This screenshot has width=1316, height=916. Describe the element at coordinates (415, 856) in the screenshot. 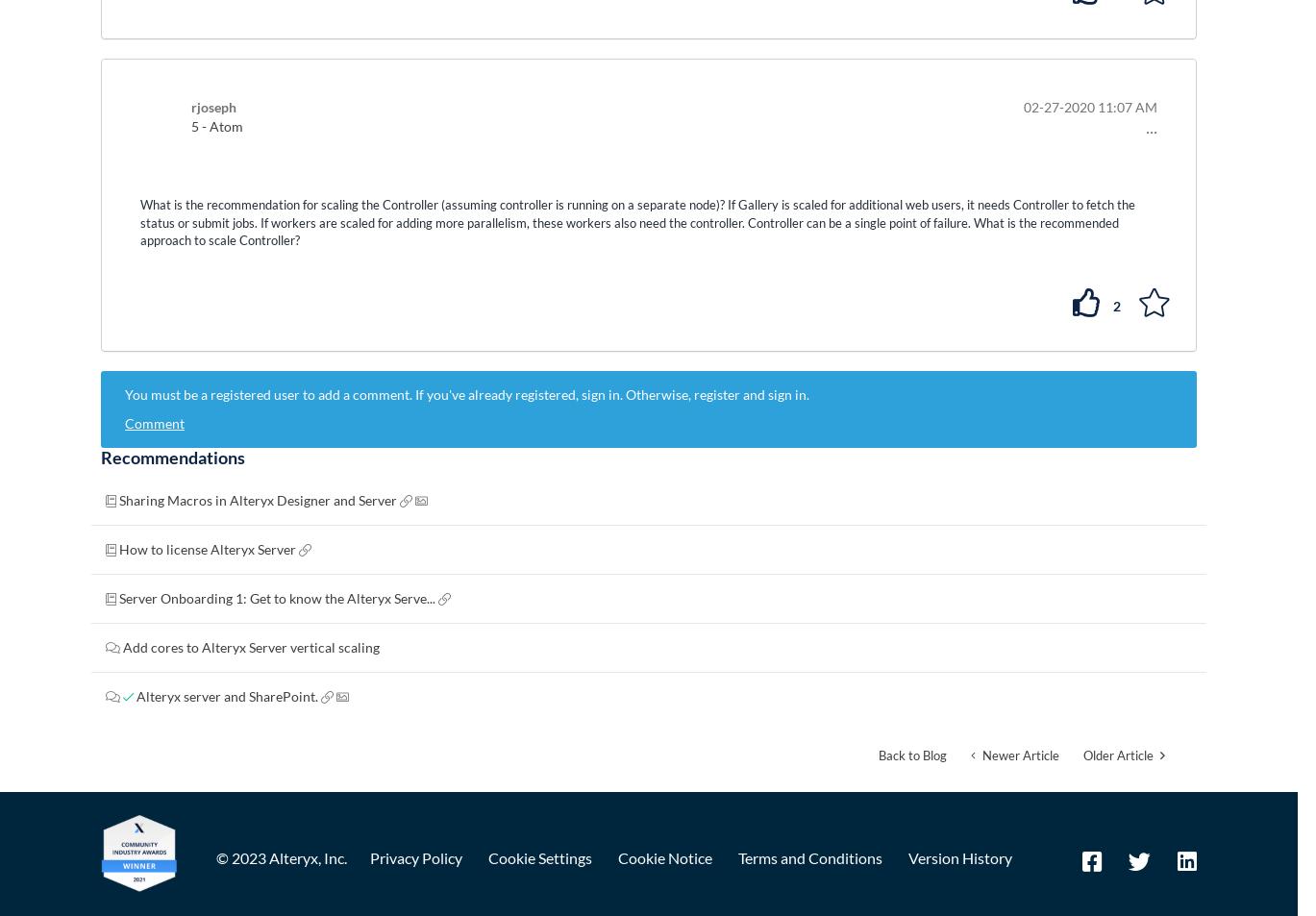

I see `'Privacy Policy'` at that location.